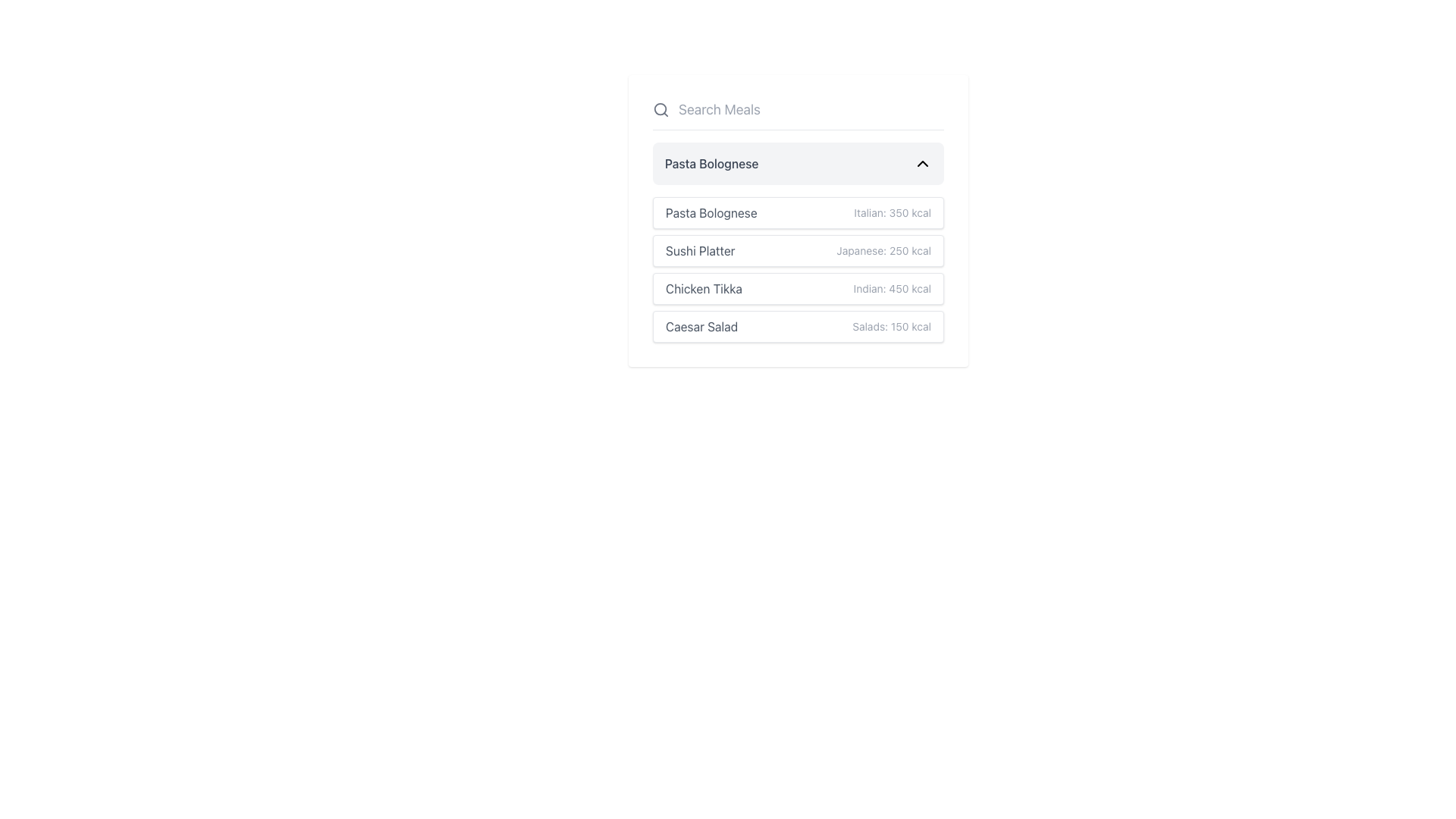  I want to click on the 'Caesar Salad' menu item, which is the fourth item in the dropdown list, so click(797, 326).